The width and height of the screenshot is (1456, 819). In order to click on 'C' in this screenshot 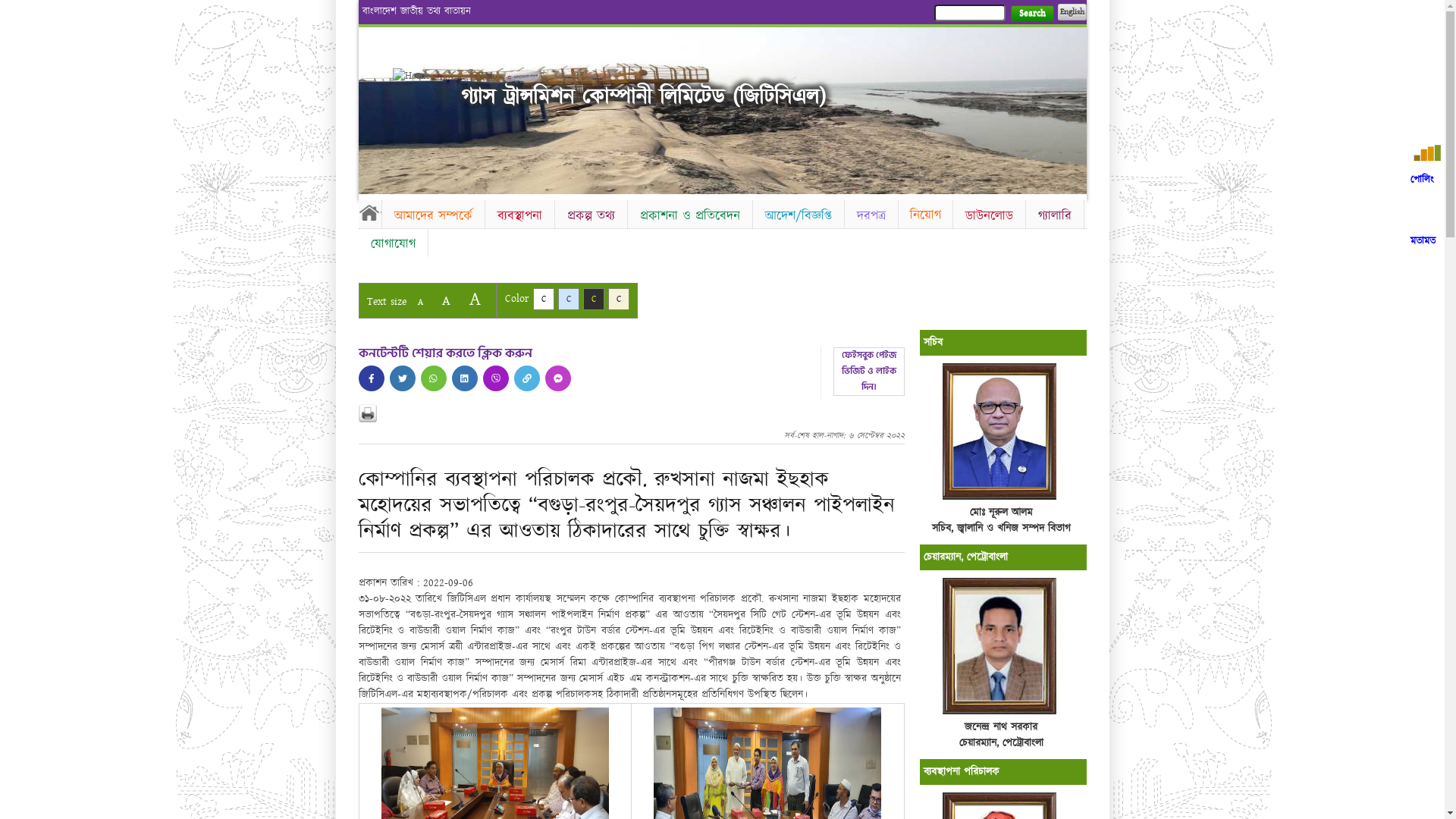, I will do `click(619, 299)`.